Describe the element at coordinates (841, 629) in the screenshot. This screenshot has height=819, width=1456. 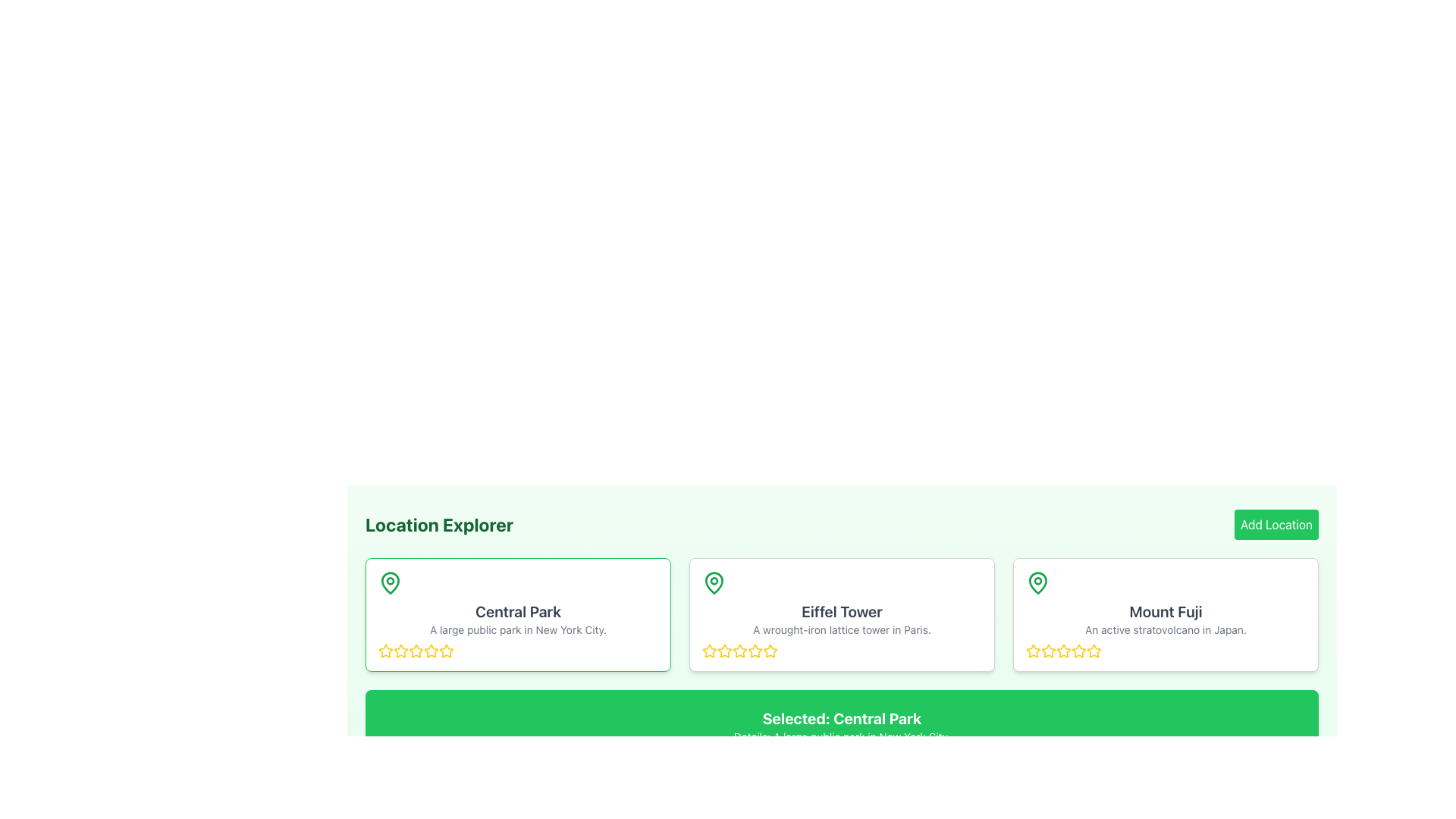
I see `the static text providing descriptive information about the Eiffel Tower, located in the middle column below the 'Eiffel Tower' heading and above the star rating component` at that location.